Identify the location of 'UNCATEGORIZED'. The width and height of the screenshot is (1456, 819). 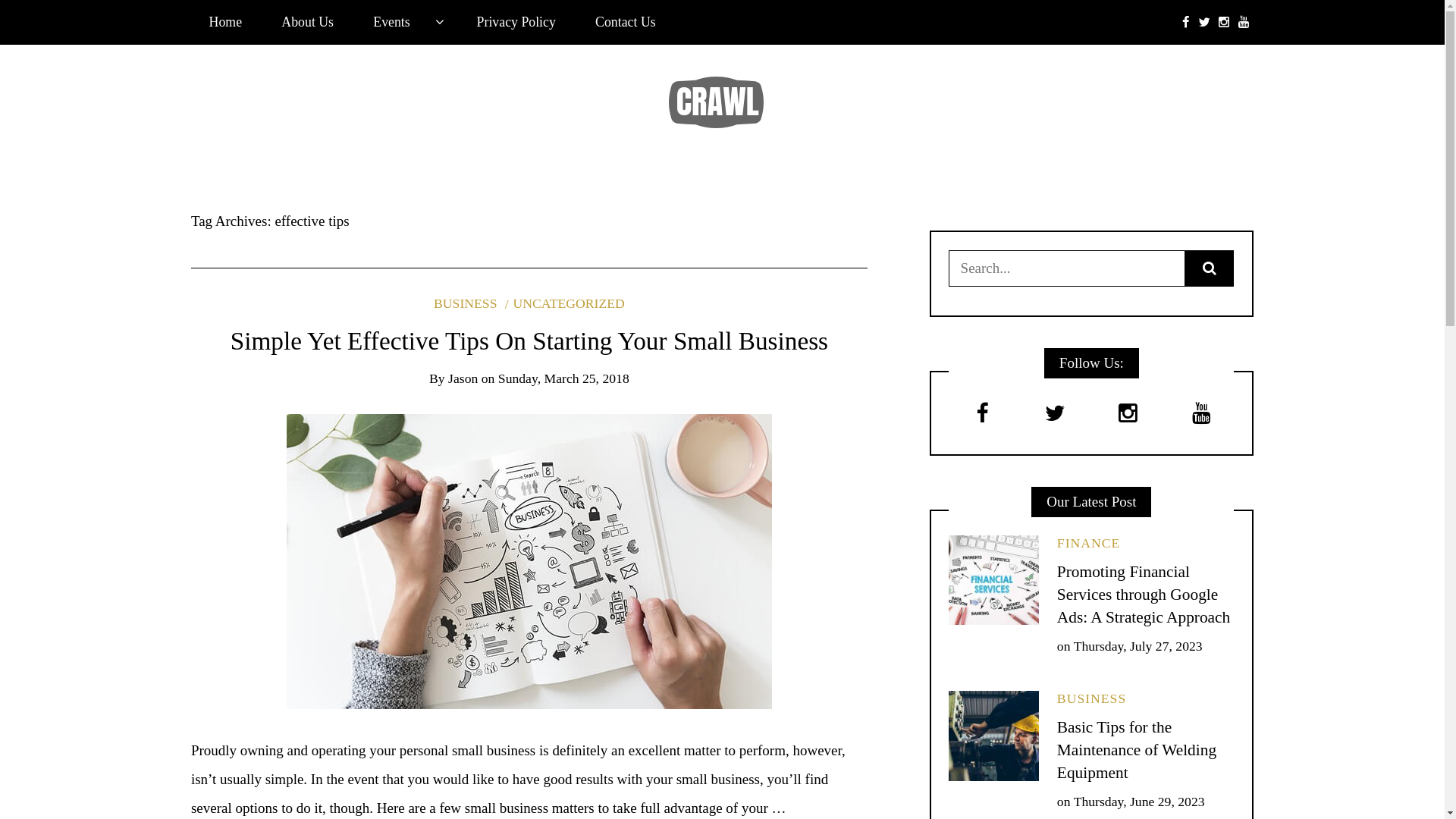
(563, 303).